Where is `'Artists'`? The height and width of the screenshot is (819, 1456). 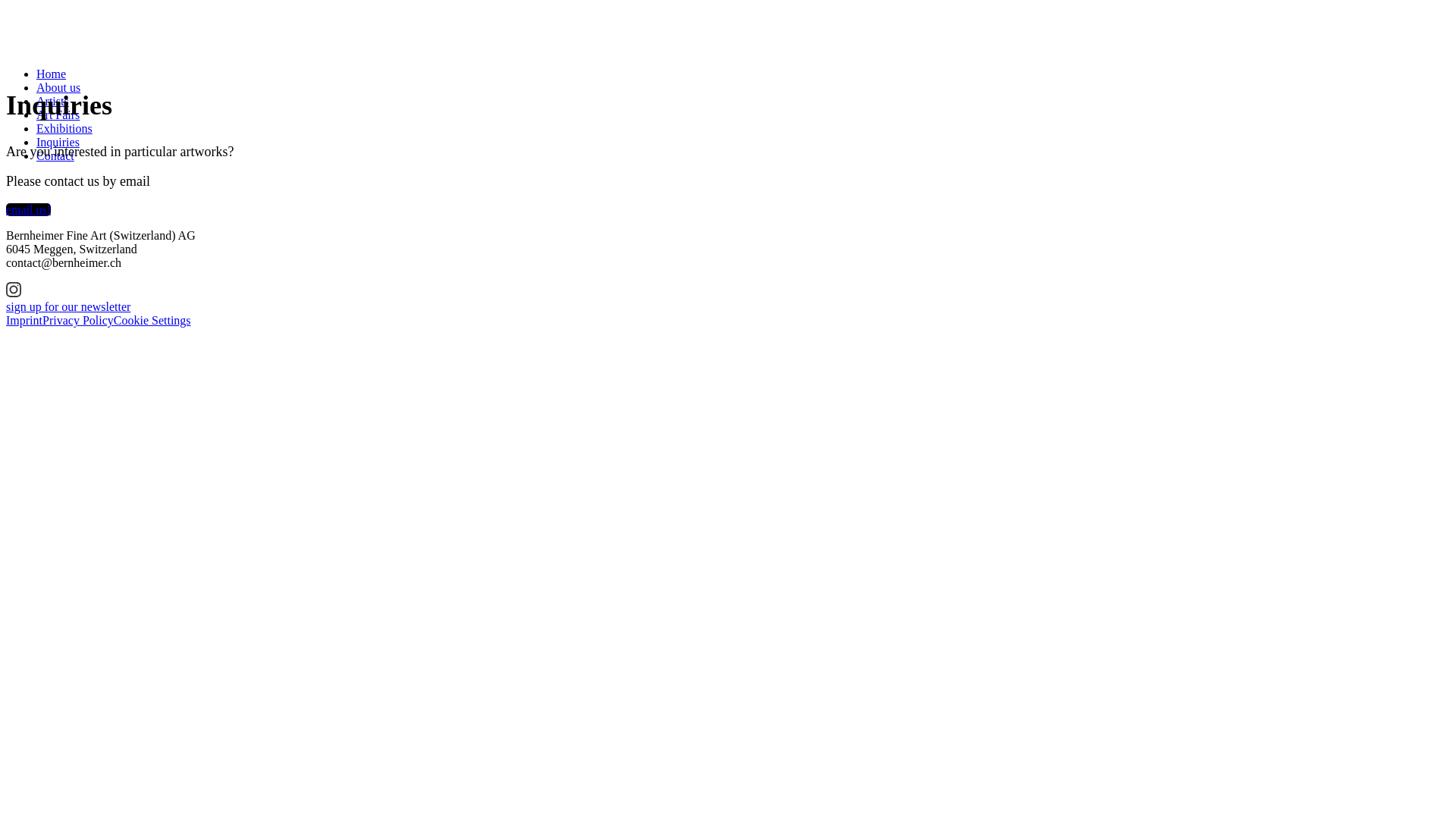 'Artists' is located at coordinates (52, 101).